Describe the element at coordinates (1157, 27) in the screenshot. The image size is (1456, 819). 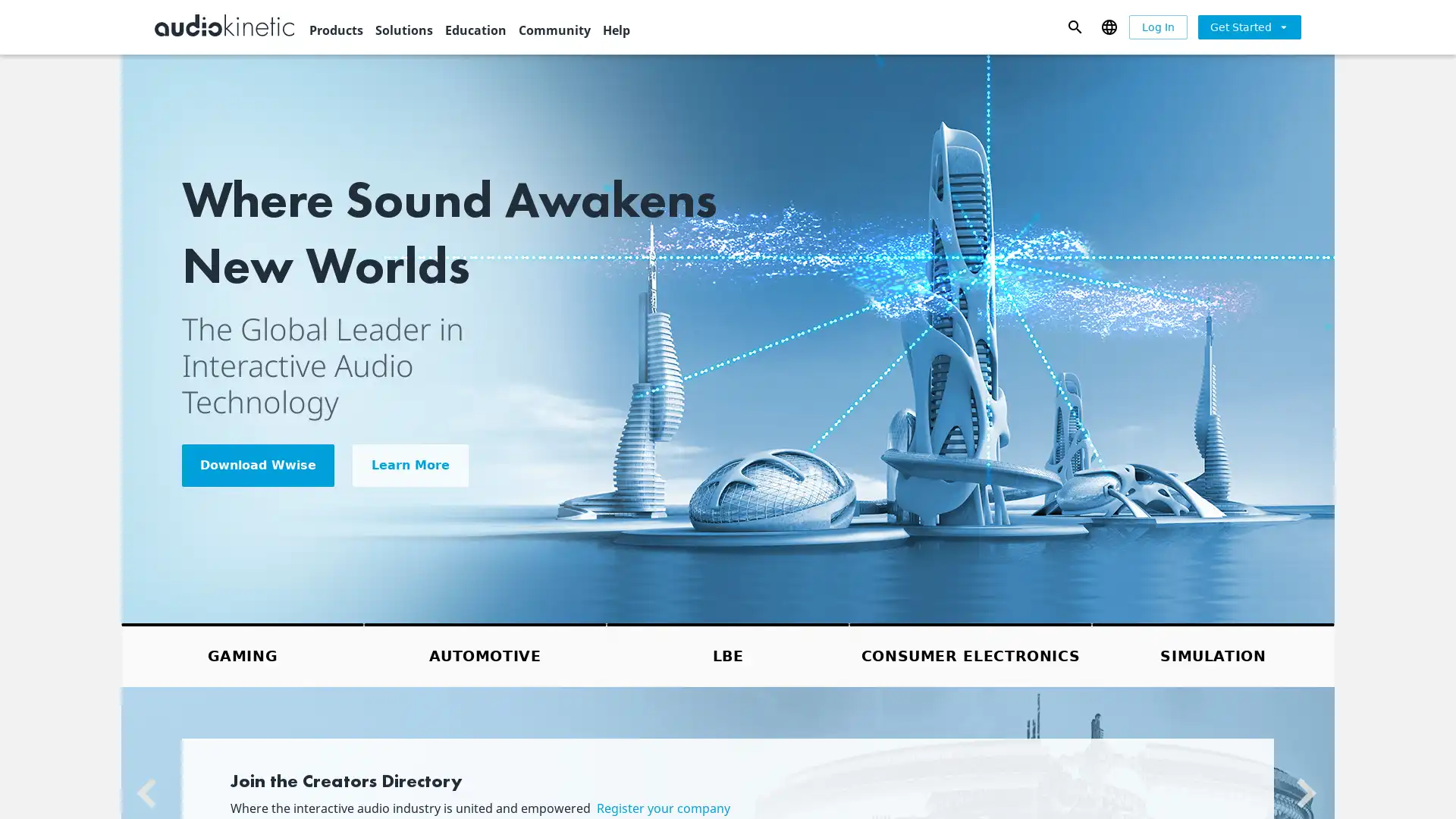
I see `Log In` at that location.